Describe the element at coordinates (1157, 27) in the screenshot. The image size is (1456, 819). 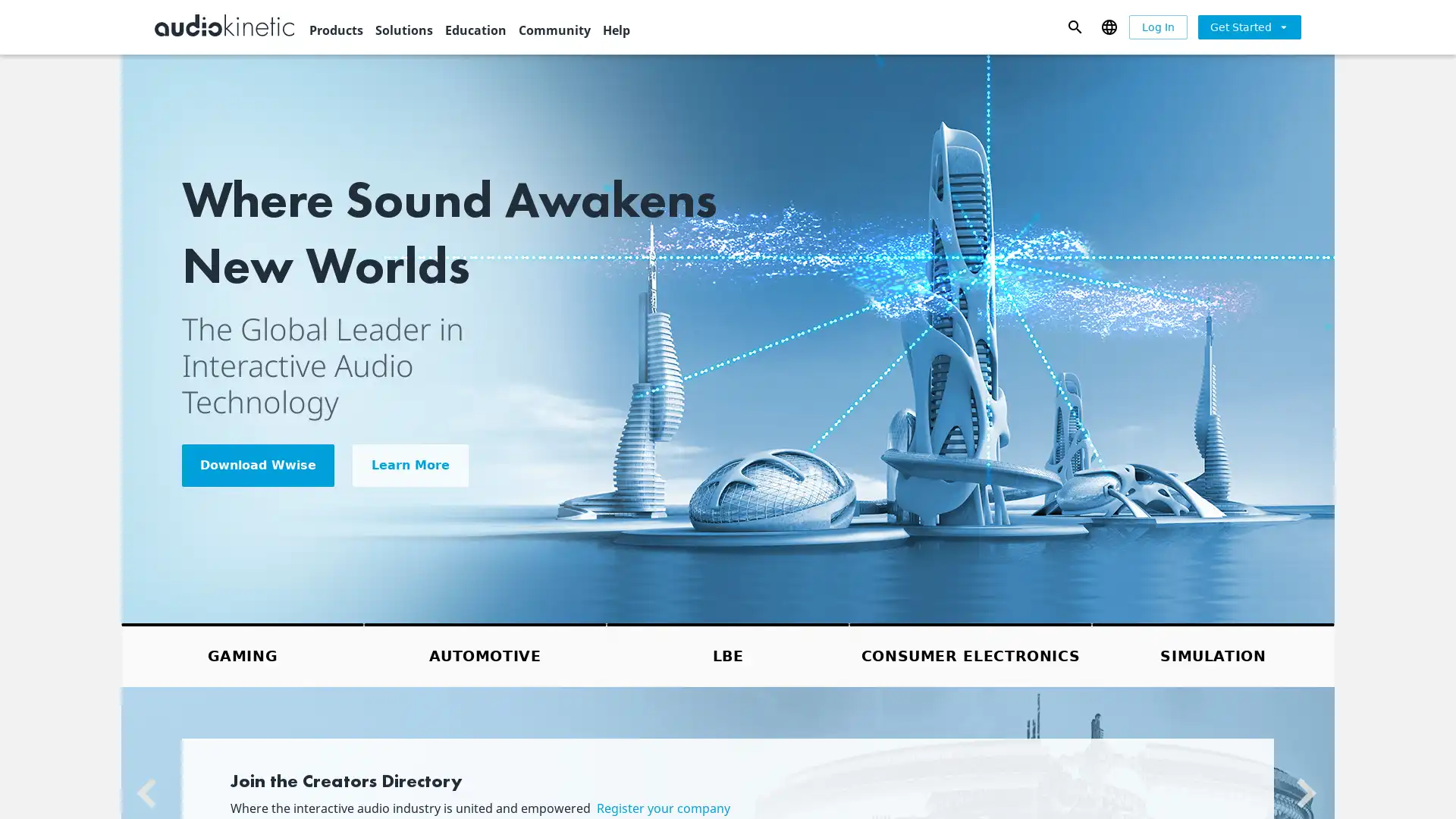
I see `Log In` at that location.